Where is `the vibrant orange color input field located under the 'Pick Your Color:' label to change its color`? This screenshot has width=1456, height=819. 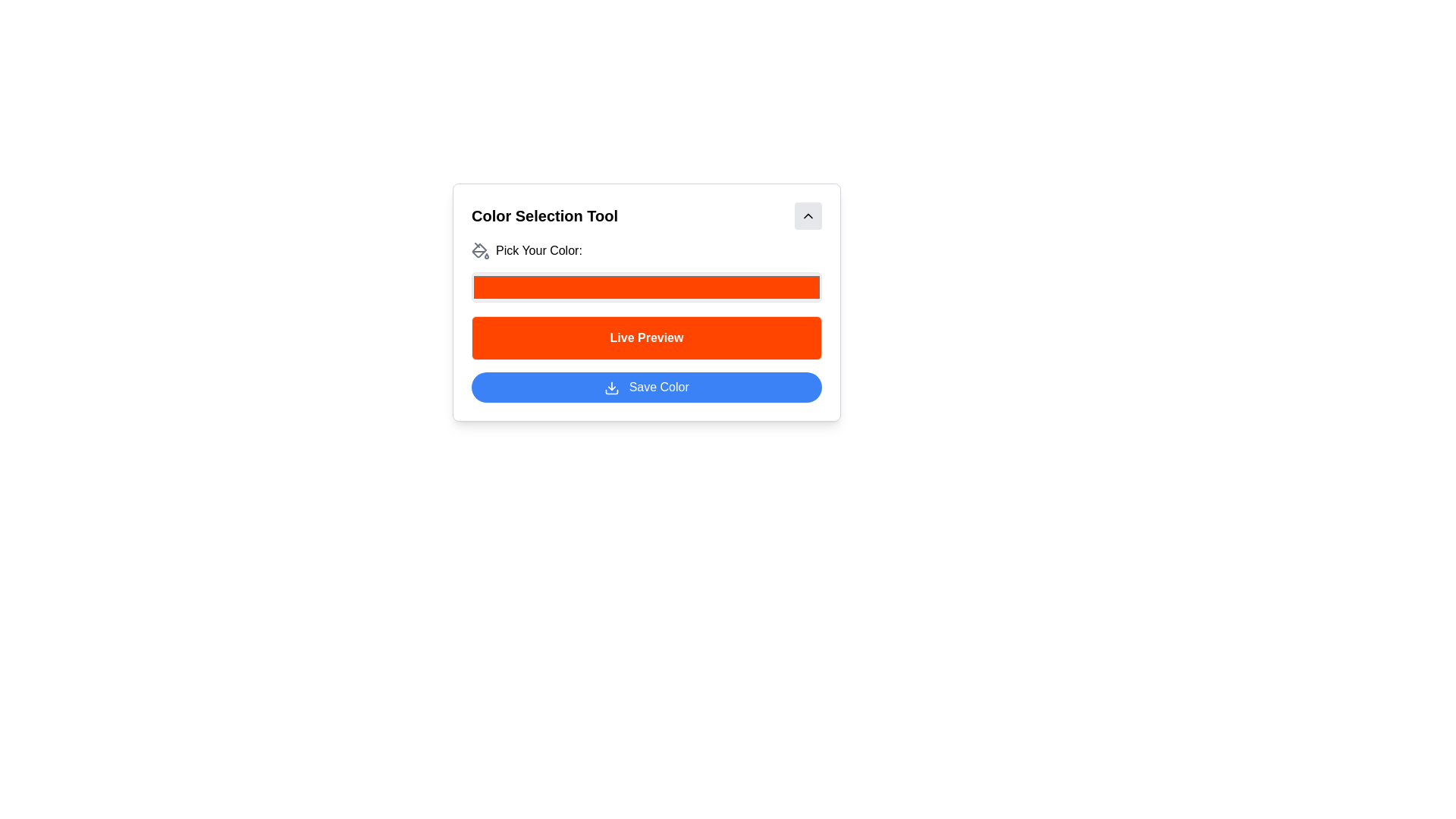
the vibrant orange color input field located under the 'Pick Your Color:' label to change its color is located at coordinates (647, 302).